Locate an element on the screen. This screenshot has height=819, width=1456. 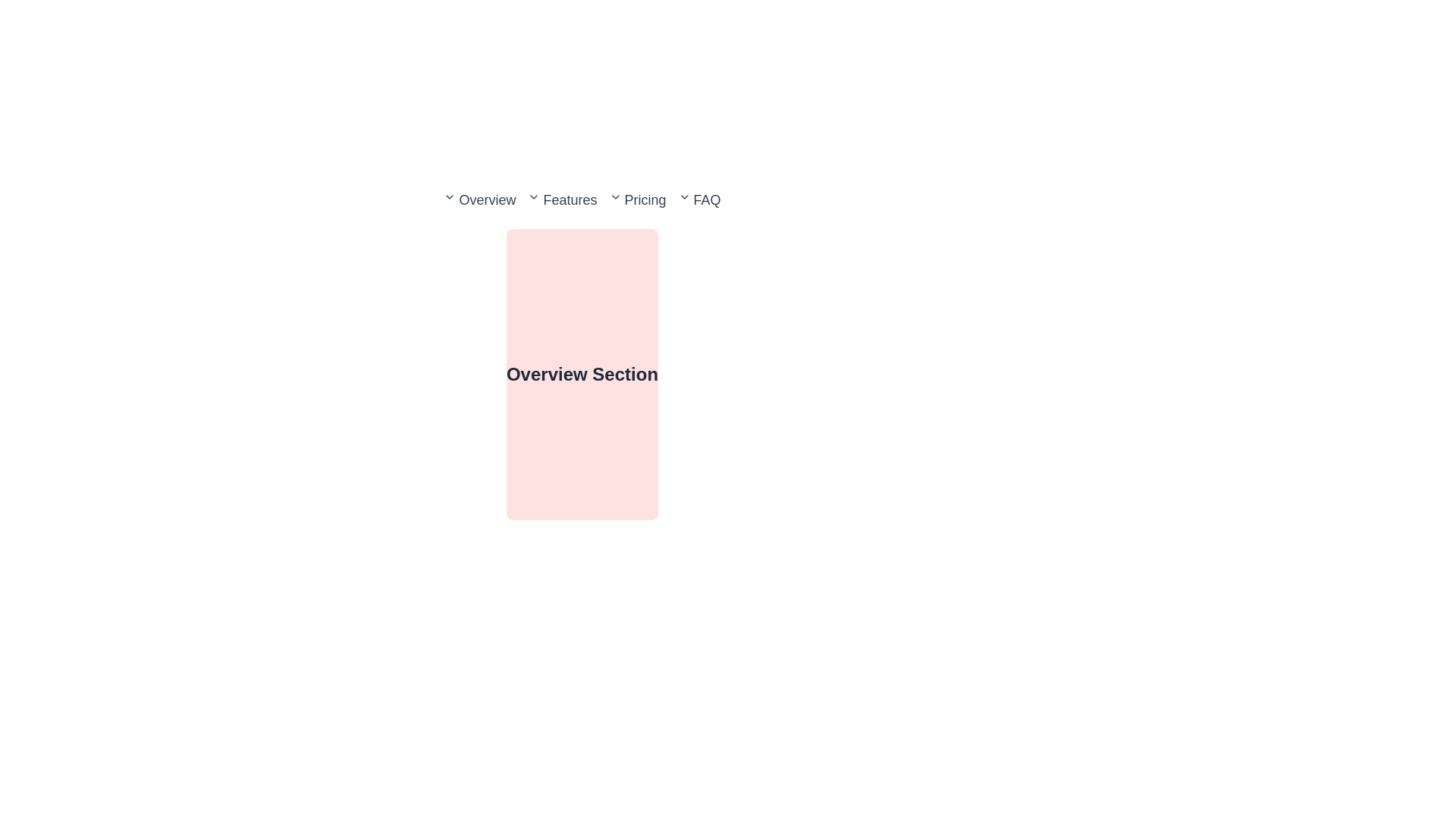
the third navigation link labeled 'Pricing' in the horizontal menu is located at coordinates (645, 199).